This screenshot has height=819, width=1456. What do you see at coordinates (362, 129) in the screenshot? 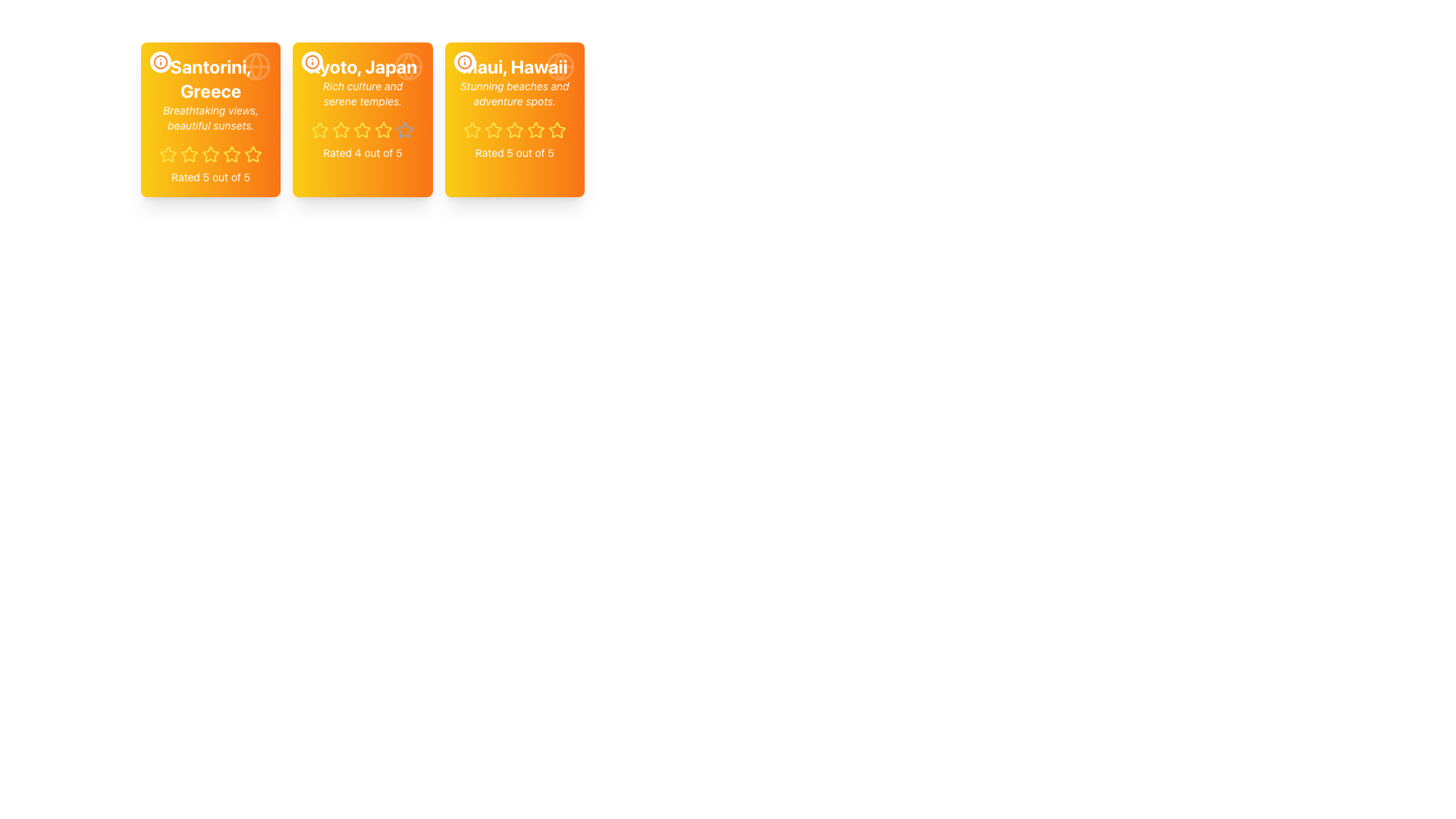
I see `the second yellow star icon in the five-star rating system for 'Kyoto, Japan'` at bounding box center [362, 129].